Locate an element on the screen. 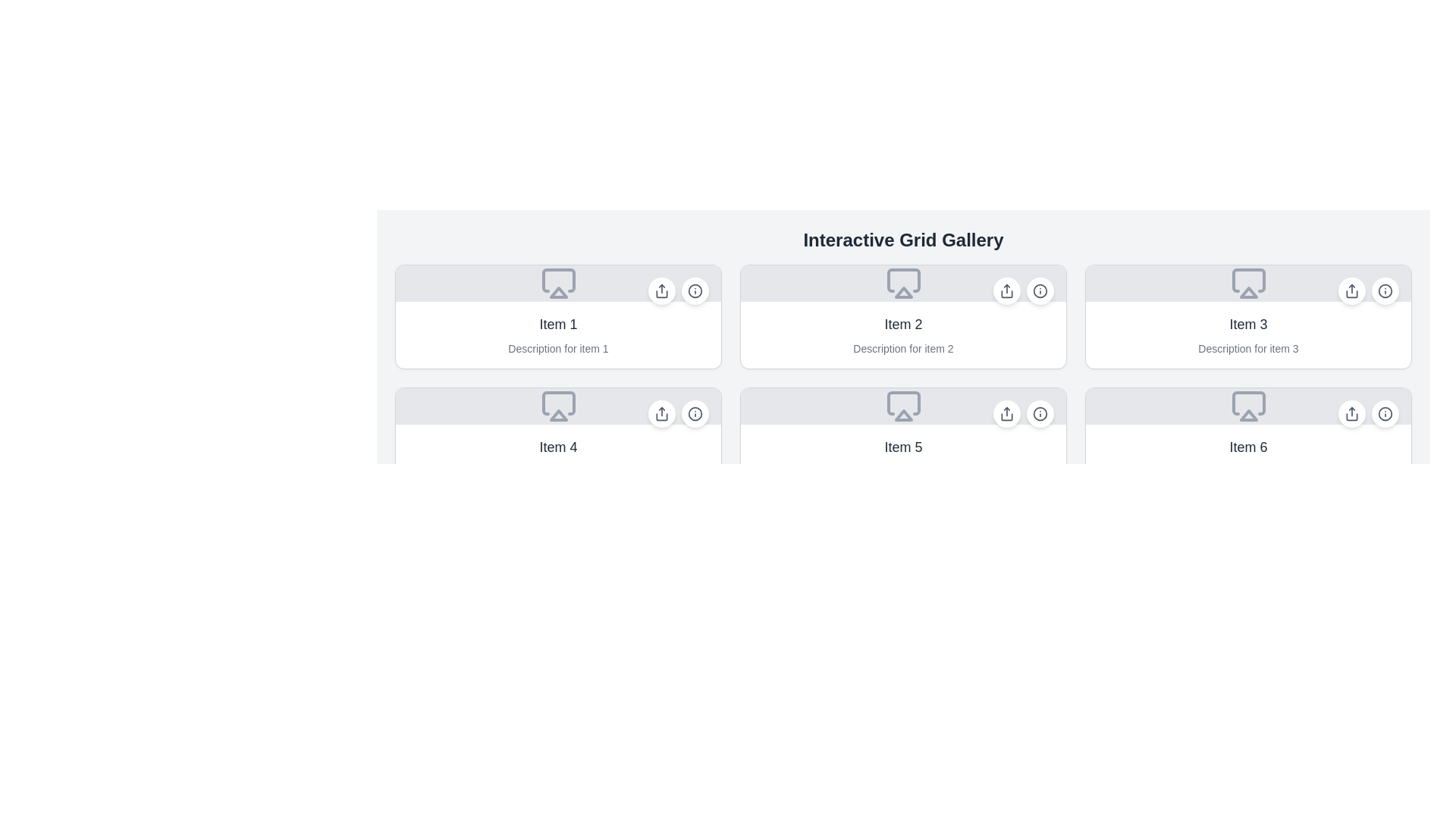 The height and width of the screenshot is (819, 1456). the uppermost part of the airplay display icon in the 'Interactive Grid Gallery' for 'Item 1' is located at coordinates (557, 281).